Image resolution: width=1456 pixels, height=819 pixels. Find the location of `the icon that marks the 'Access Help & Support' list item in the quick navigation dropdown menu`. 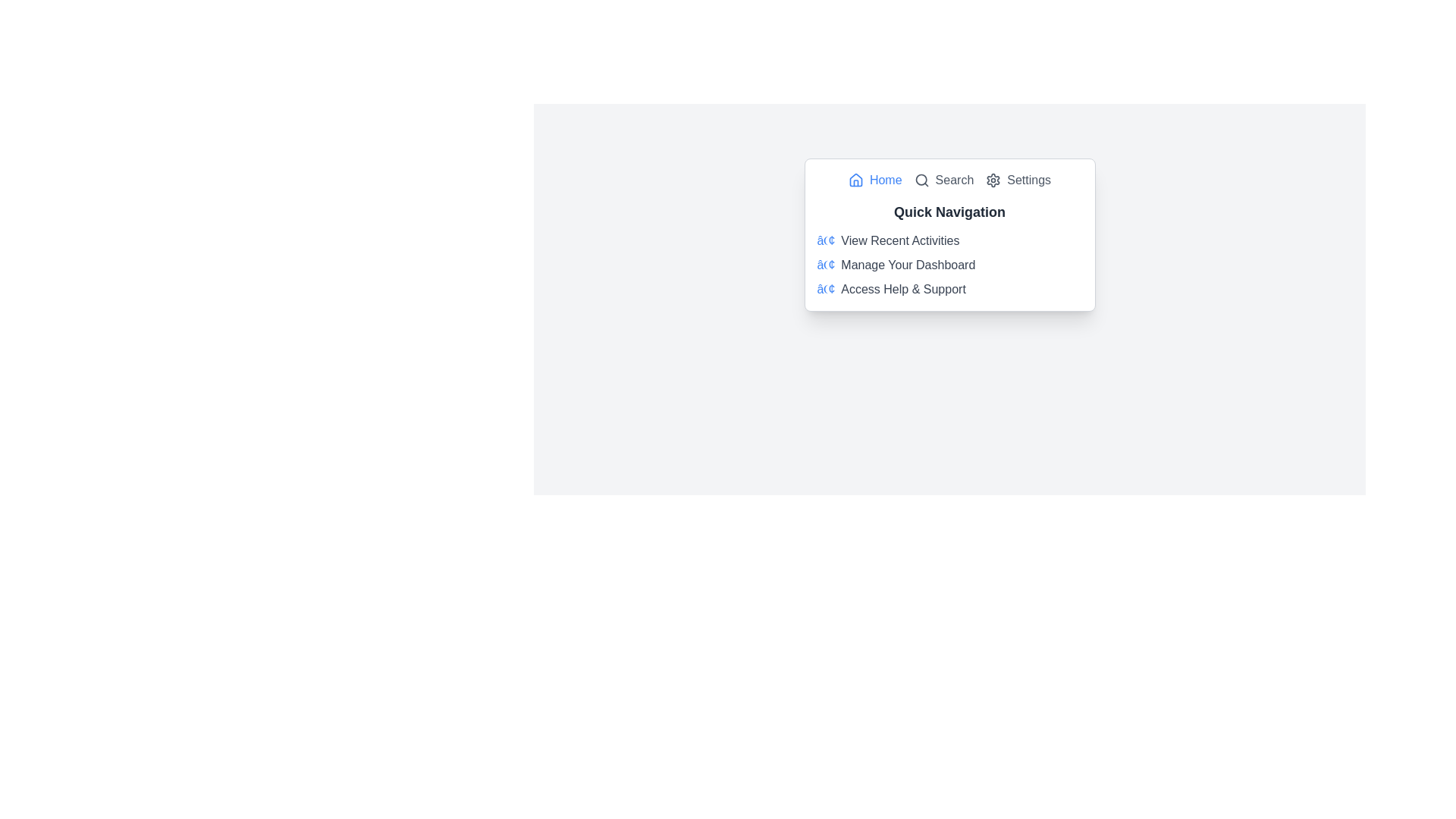

the icon that marks the 'Access Help & Support' list item in the quick navigation dropdown menu is located at coordinates (825, 289).